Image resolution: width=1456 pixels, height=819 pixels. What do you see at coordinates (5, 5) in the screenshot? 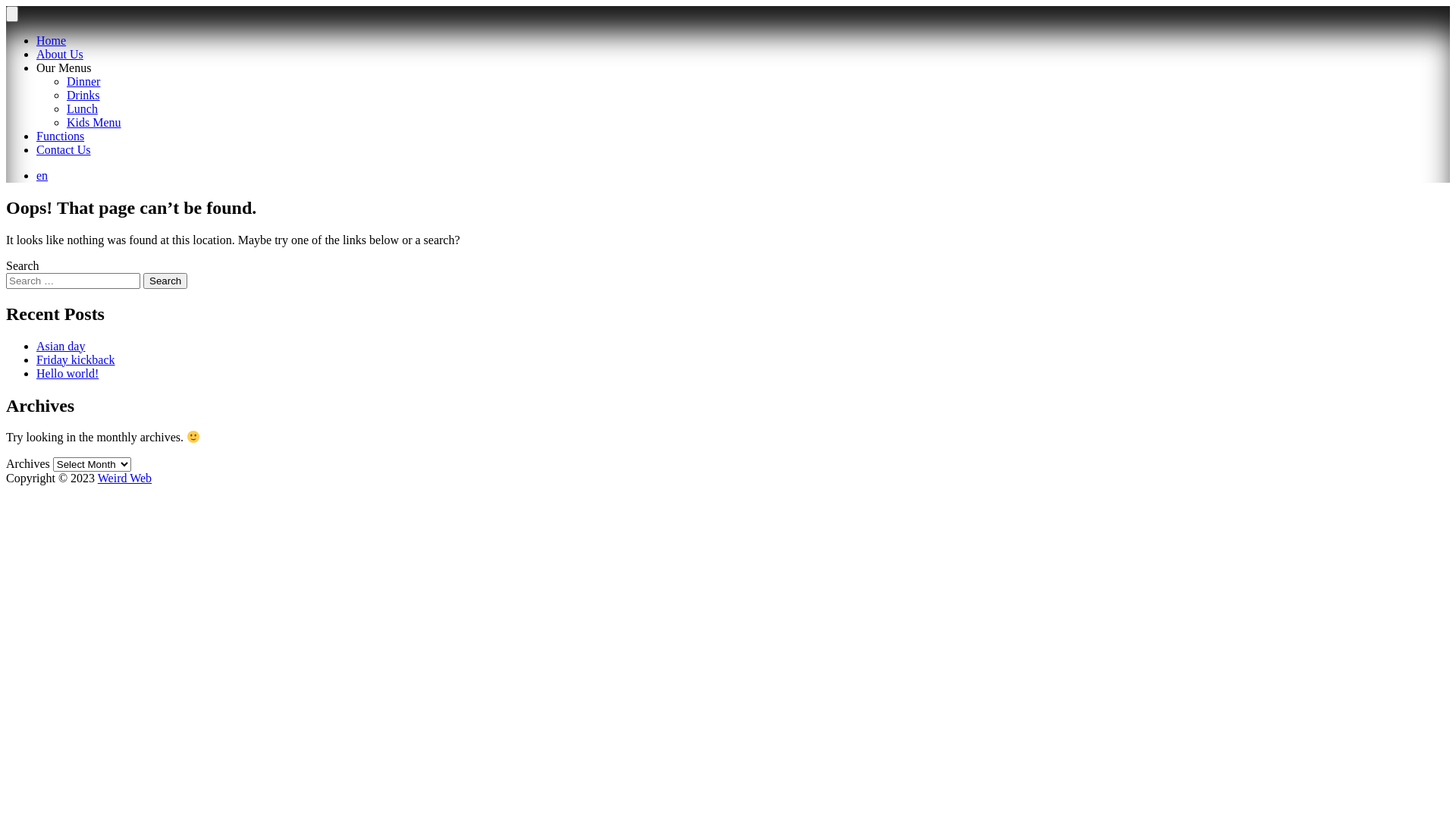
I see `'Skip to content'` at bounding box center [5, 5].